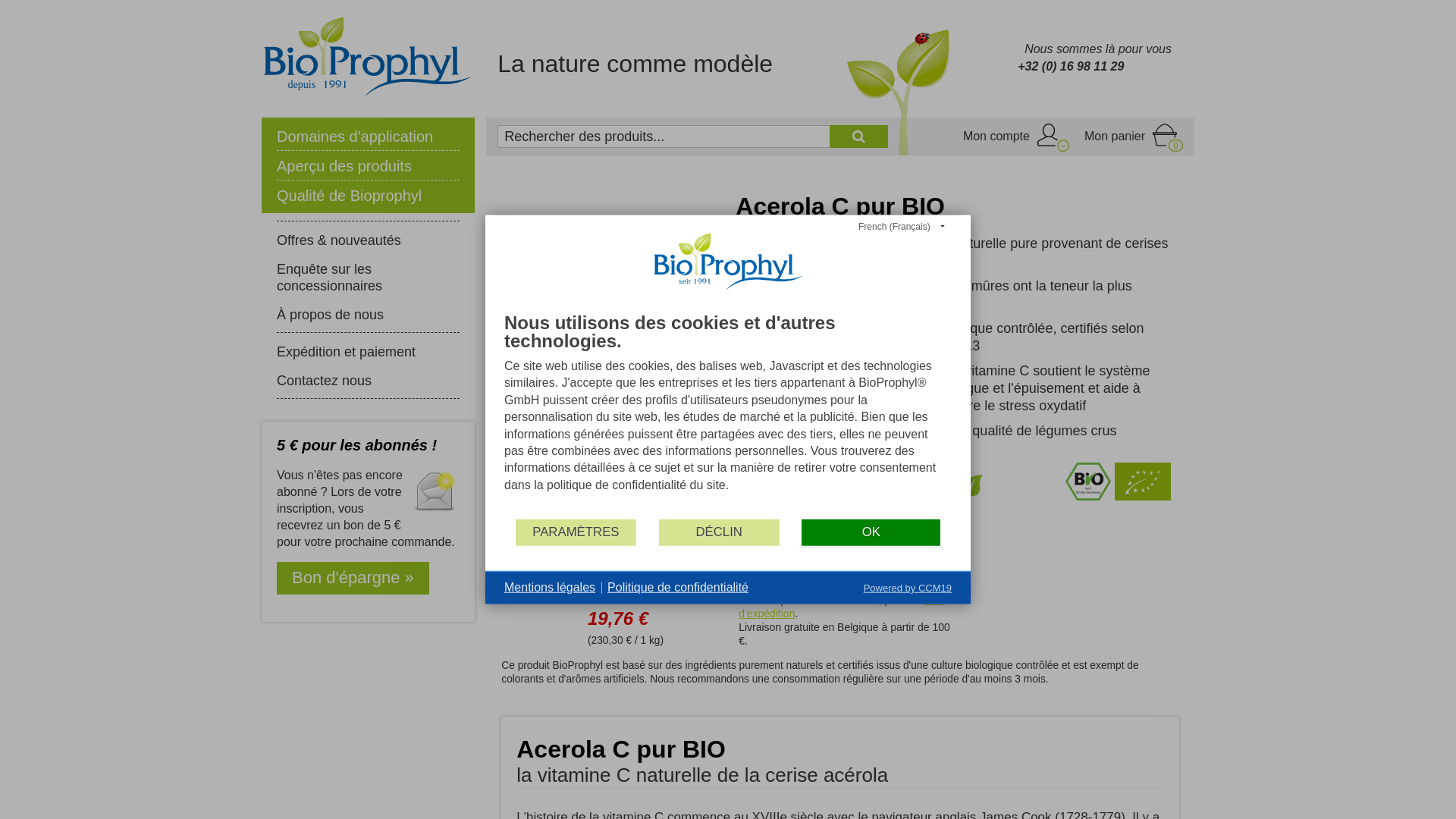 This screenshot has width=1456, height=819. Describe the element at coordinates (971, 496) in the screenshot. I see `'Vegan'` at that location.